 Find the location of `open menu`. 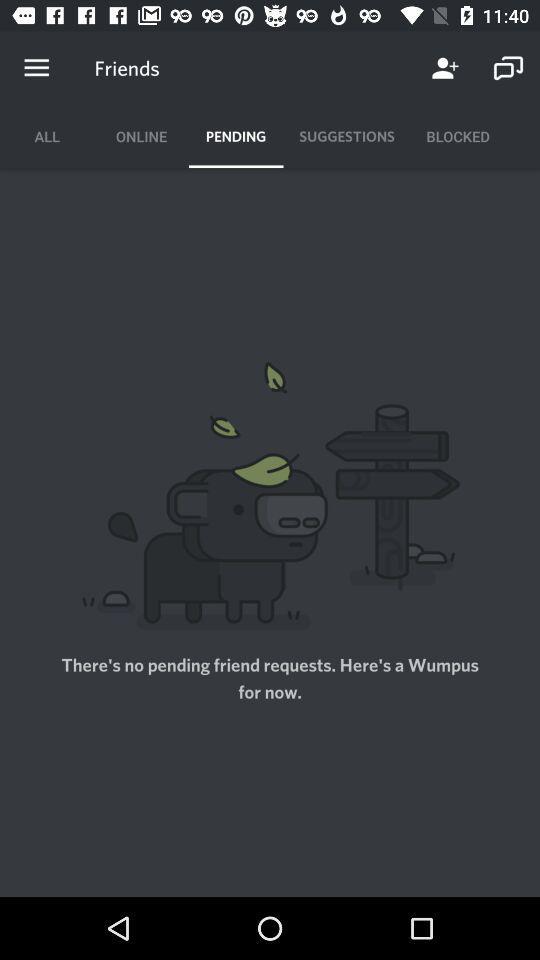

open menu is located at coordinates (36, 68).